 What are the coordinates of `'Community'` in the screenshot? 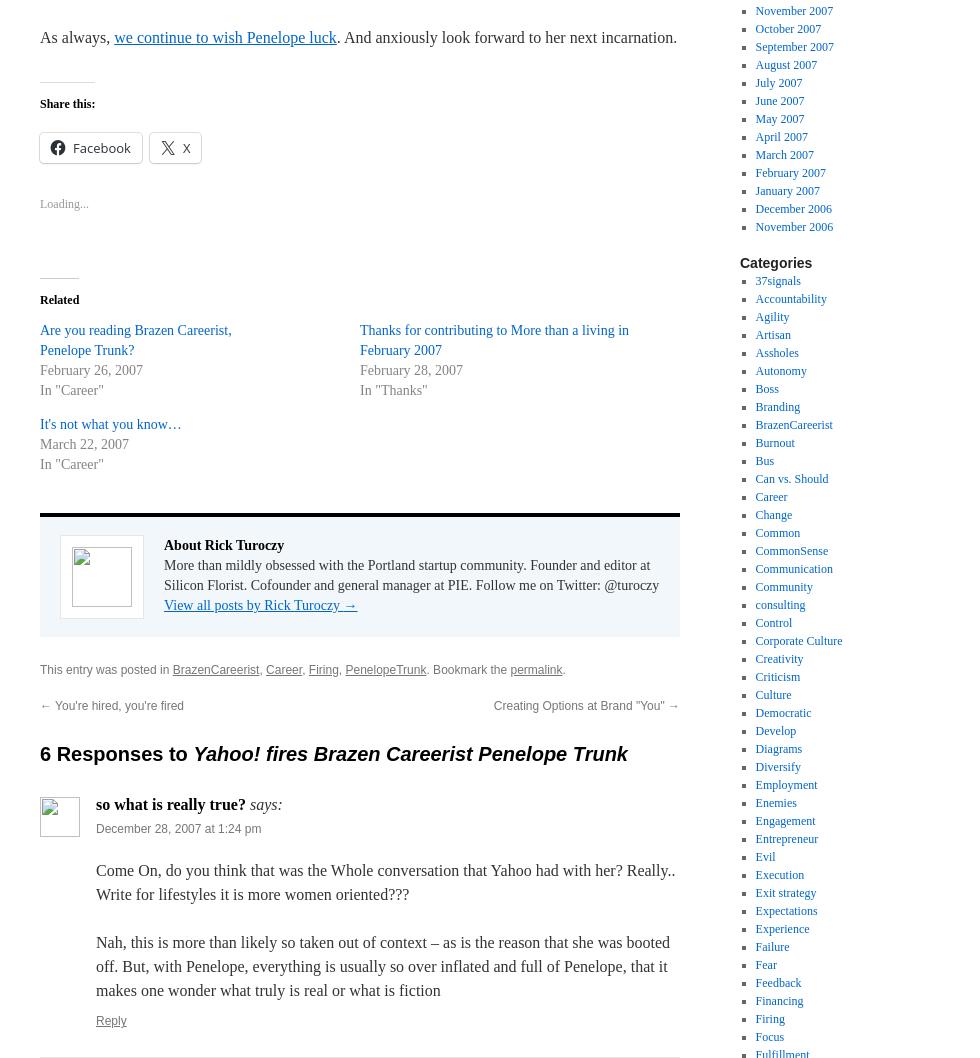 It's located at (754, 586).